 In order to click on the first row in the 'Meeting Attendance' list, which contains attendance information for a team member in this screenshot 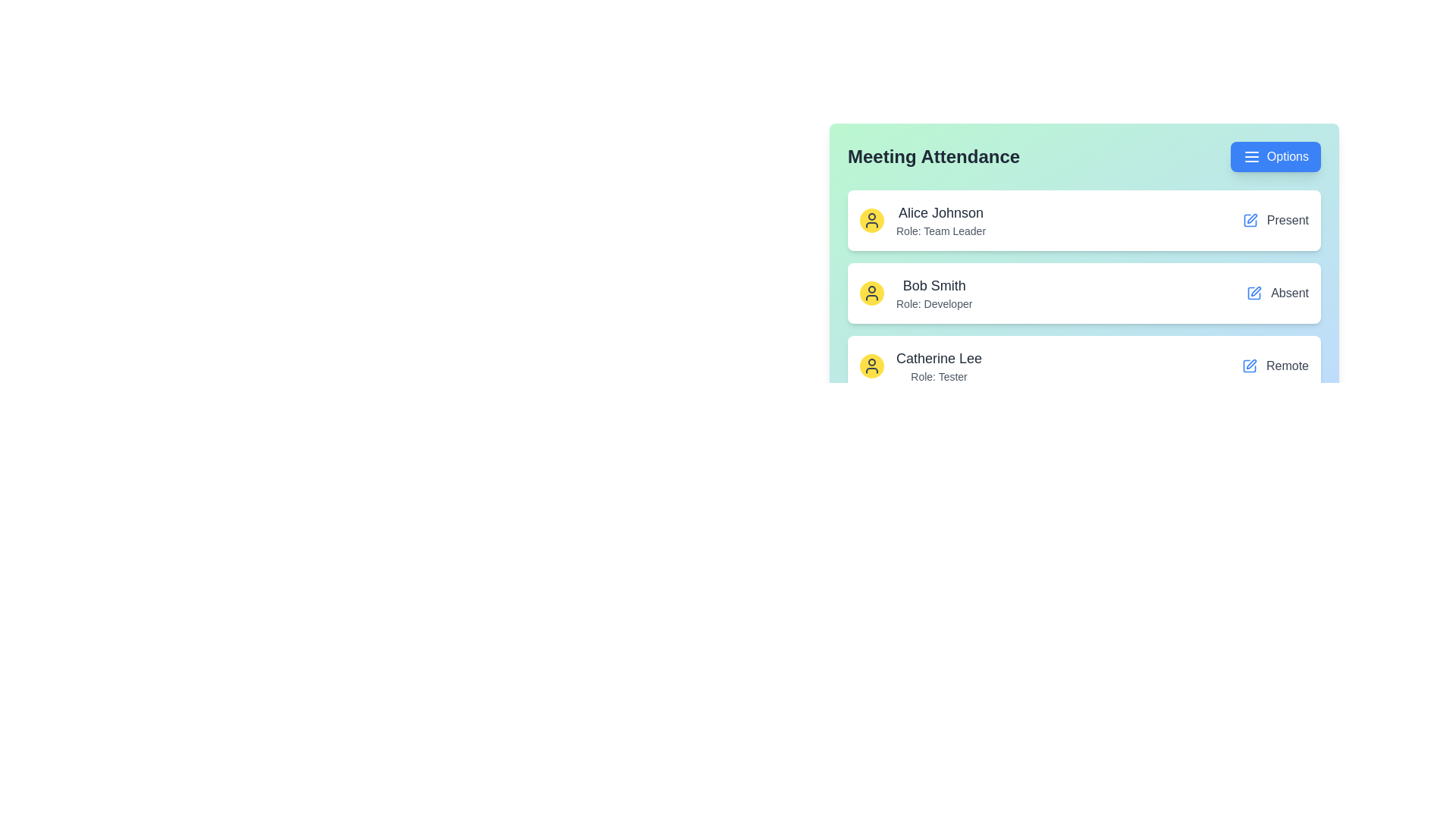, I will do `click(1084, 220)`.